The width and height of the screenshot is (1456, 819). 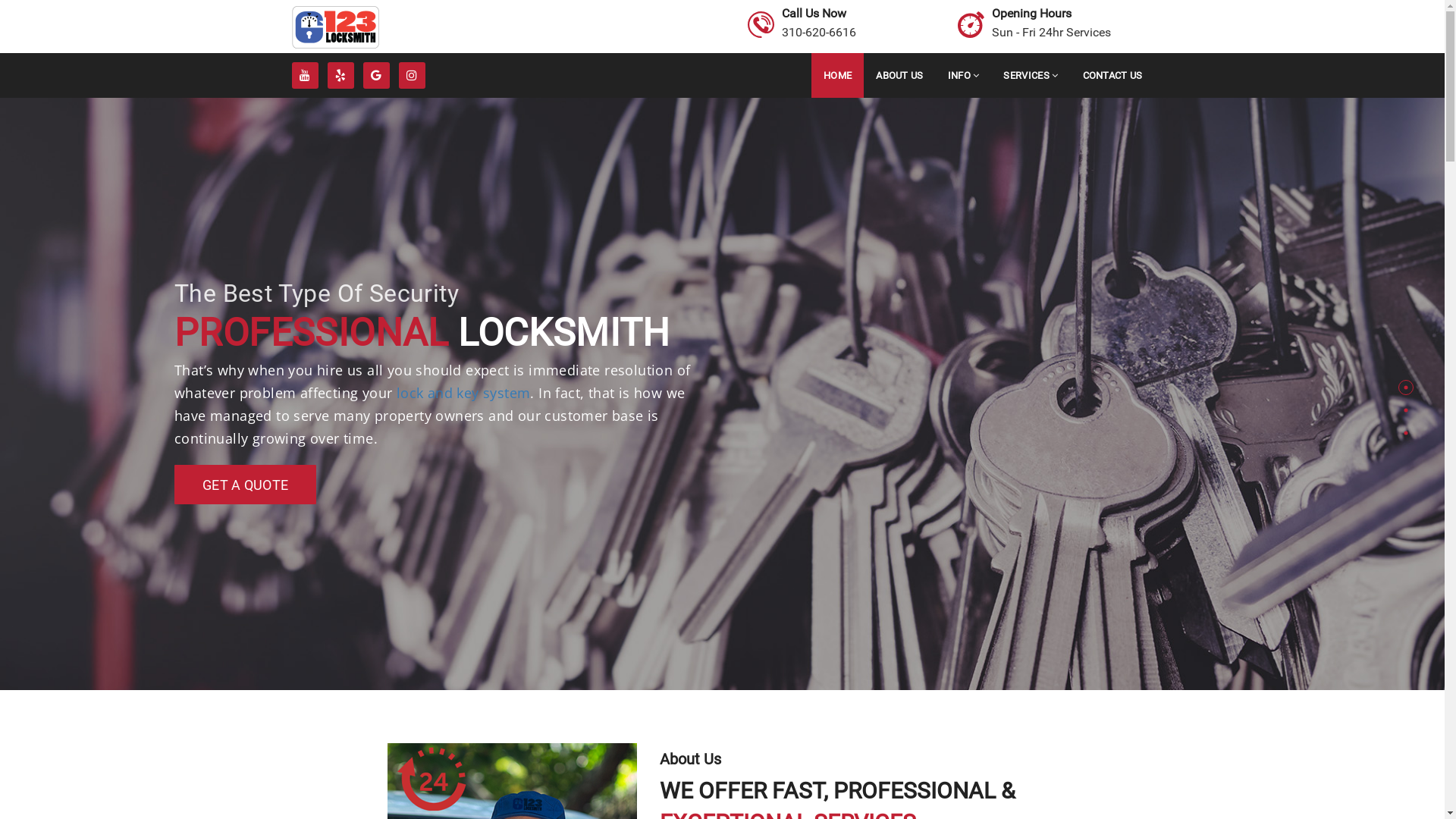 What do you see at coordinates (1030, 75) in the screenshot?
I see `'SERVICES'` at bounding box center [1030, 75].